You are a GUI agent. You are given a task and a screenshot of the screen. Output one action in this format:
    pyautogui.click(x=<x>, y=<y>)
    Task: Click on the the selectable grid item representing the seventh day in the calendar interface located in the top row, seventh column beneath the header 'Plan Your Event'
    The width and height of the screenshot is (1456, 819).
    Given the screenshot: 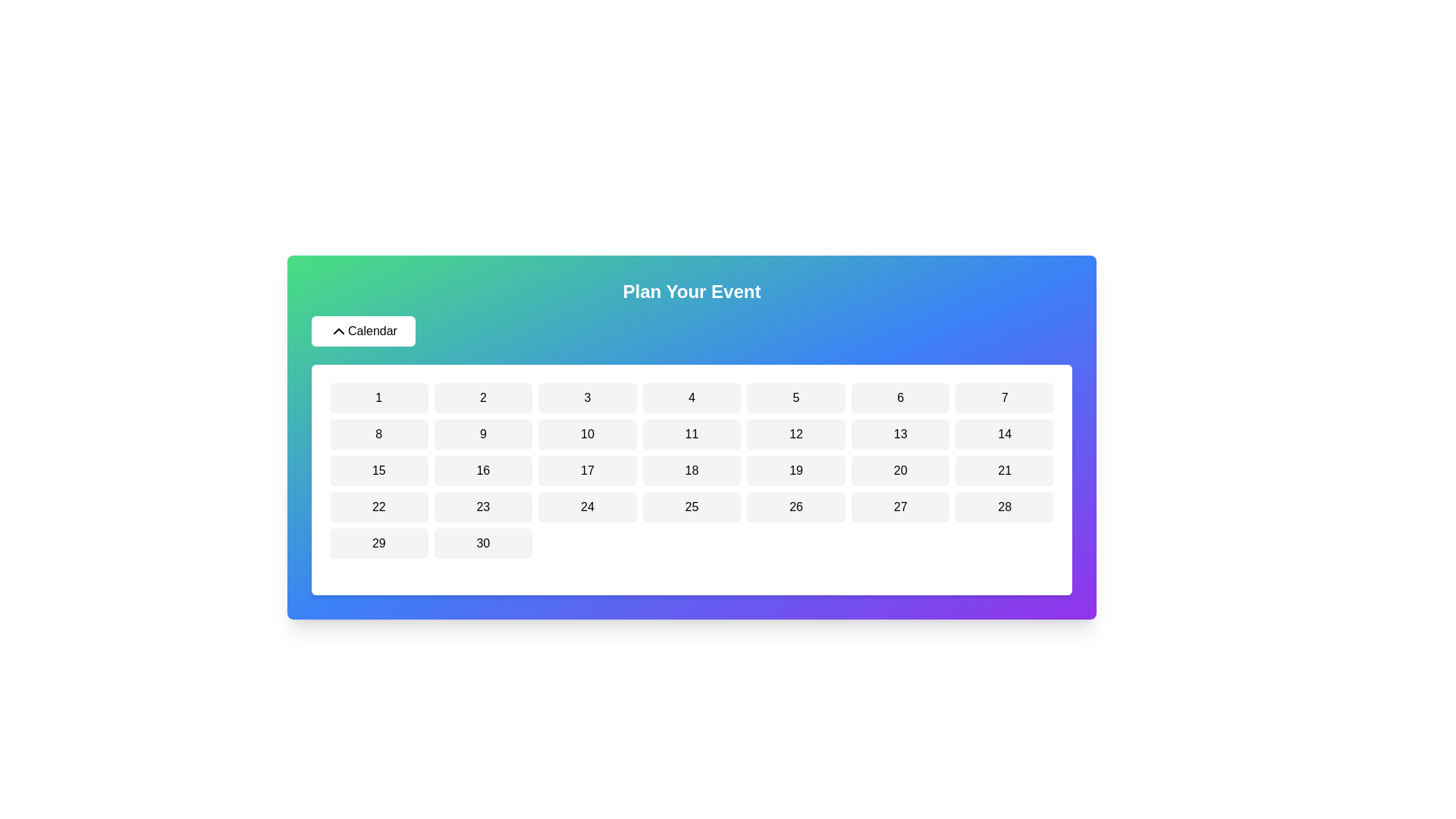 What is the action you would take?
    pyautogui.click(x=1005, y=397)
    